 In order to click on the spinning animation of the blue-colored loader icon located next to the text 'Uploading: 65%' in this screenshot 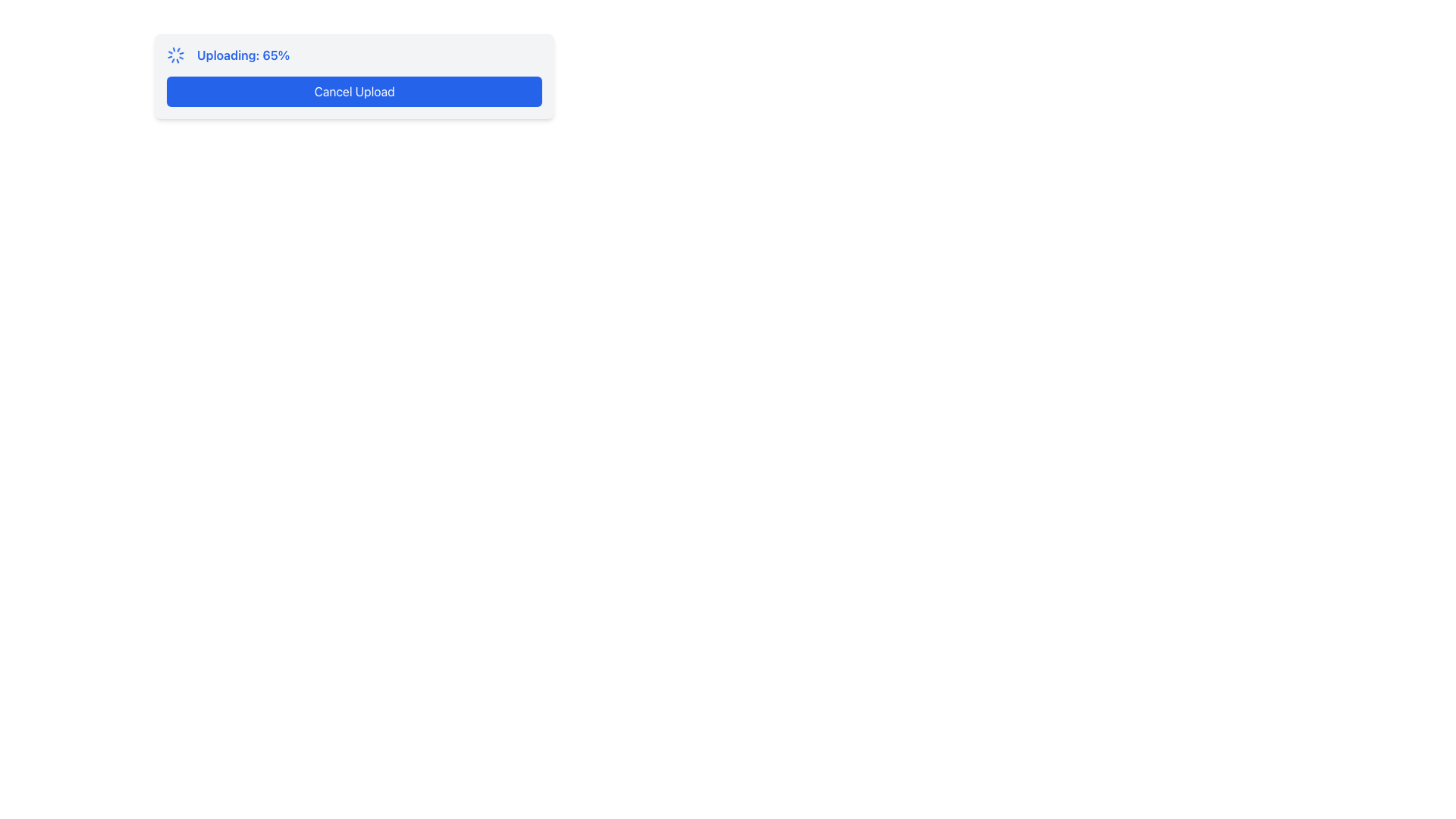, I will do `click(175, 55)`.